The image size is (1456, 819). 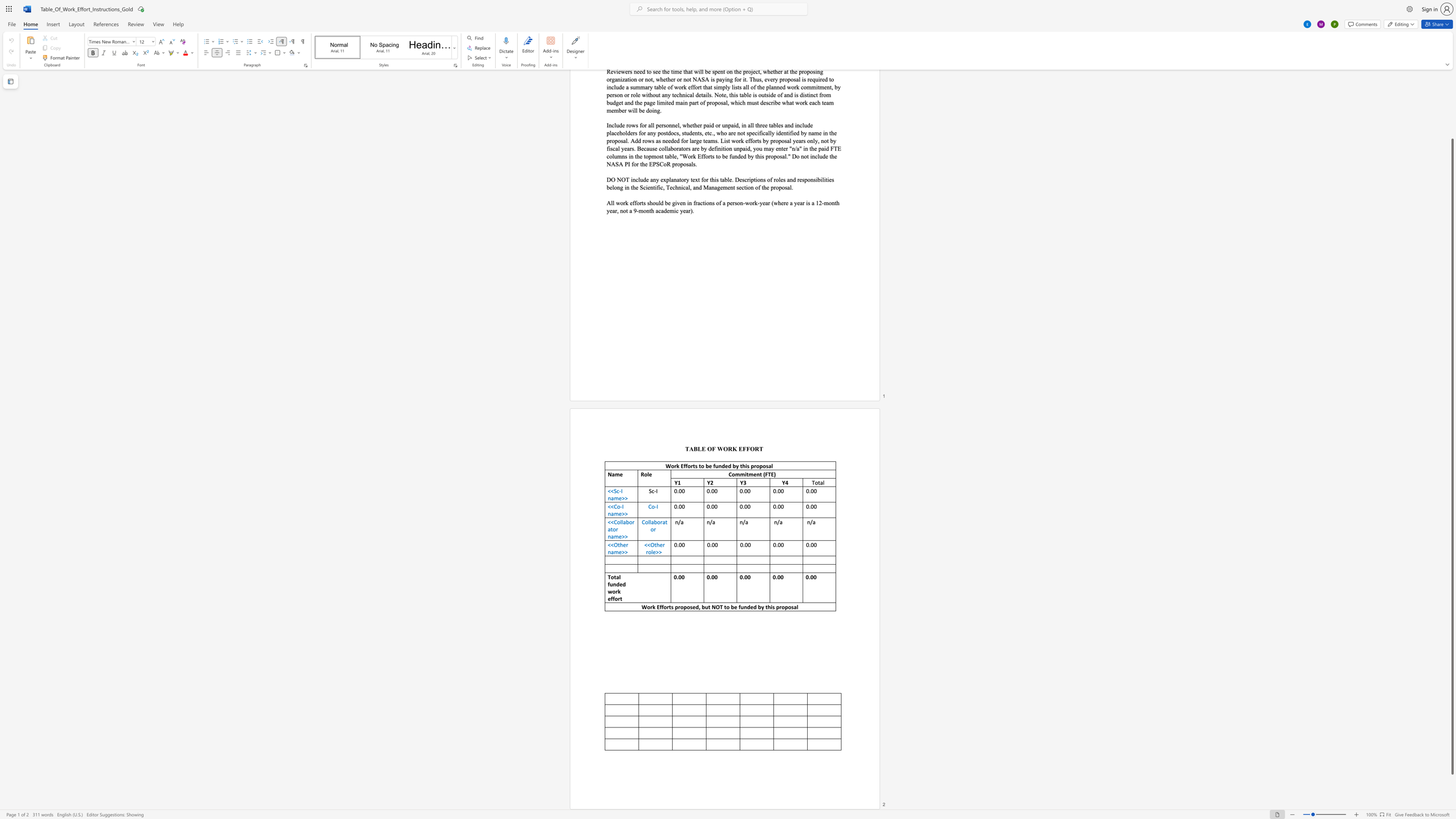 I want to click on the scrollbar to move the page up, so click(x=1451, y=109).